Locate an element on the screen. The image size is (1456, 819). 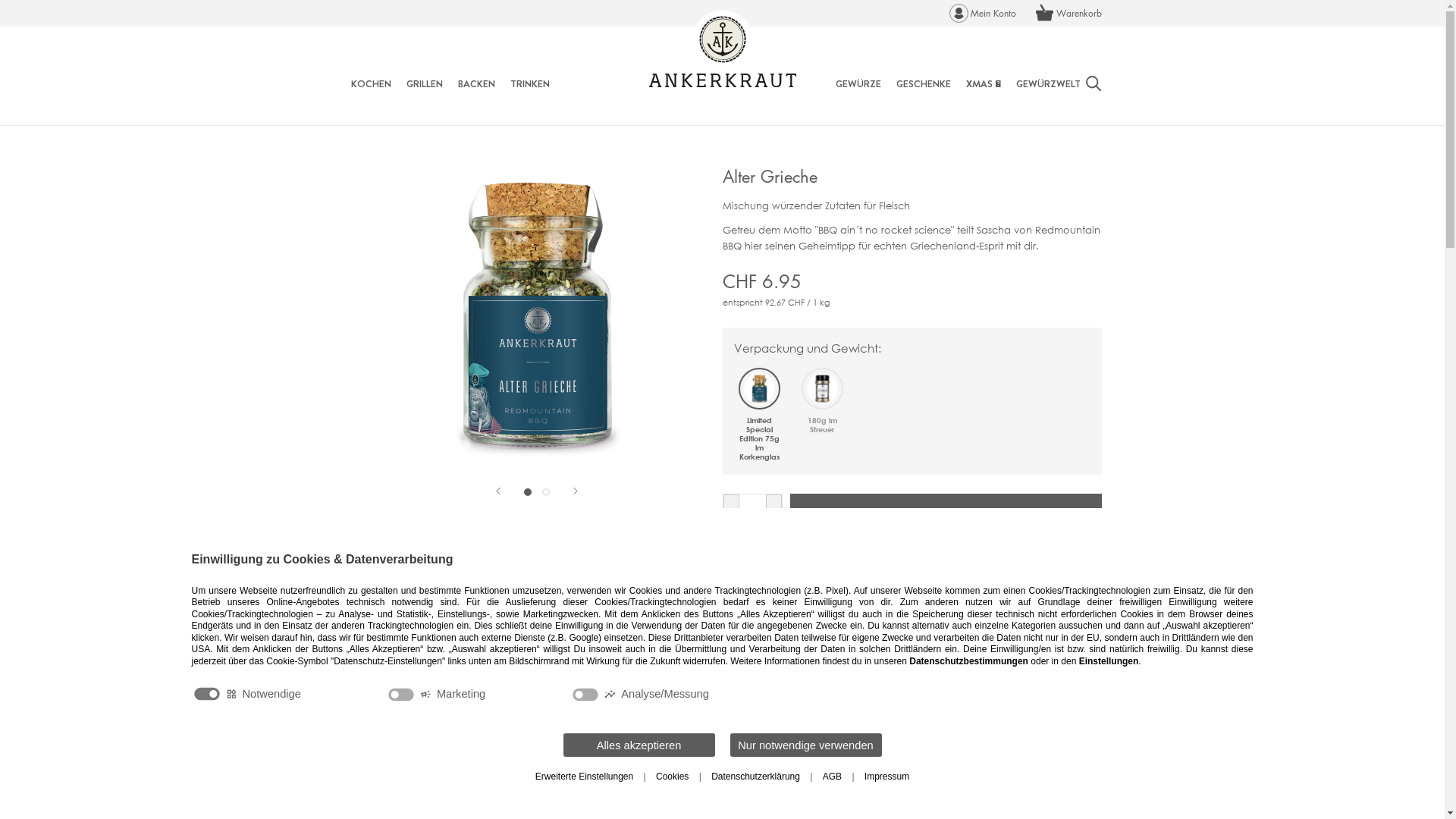
'Datenschutzbestimmungen' is located at coordinates (909, 660).